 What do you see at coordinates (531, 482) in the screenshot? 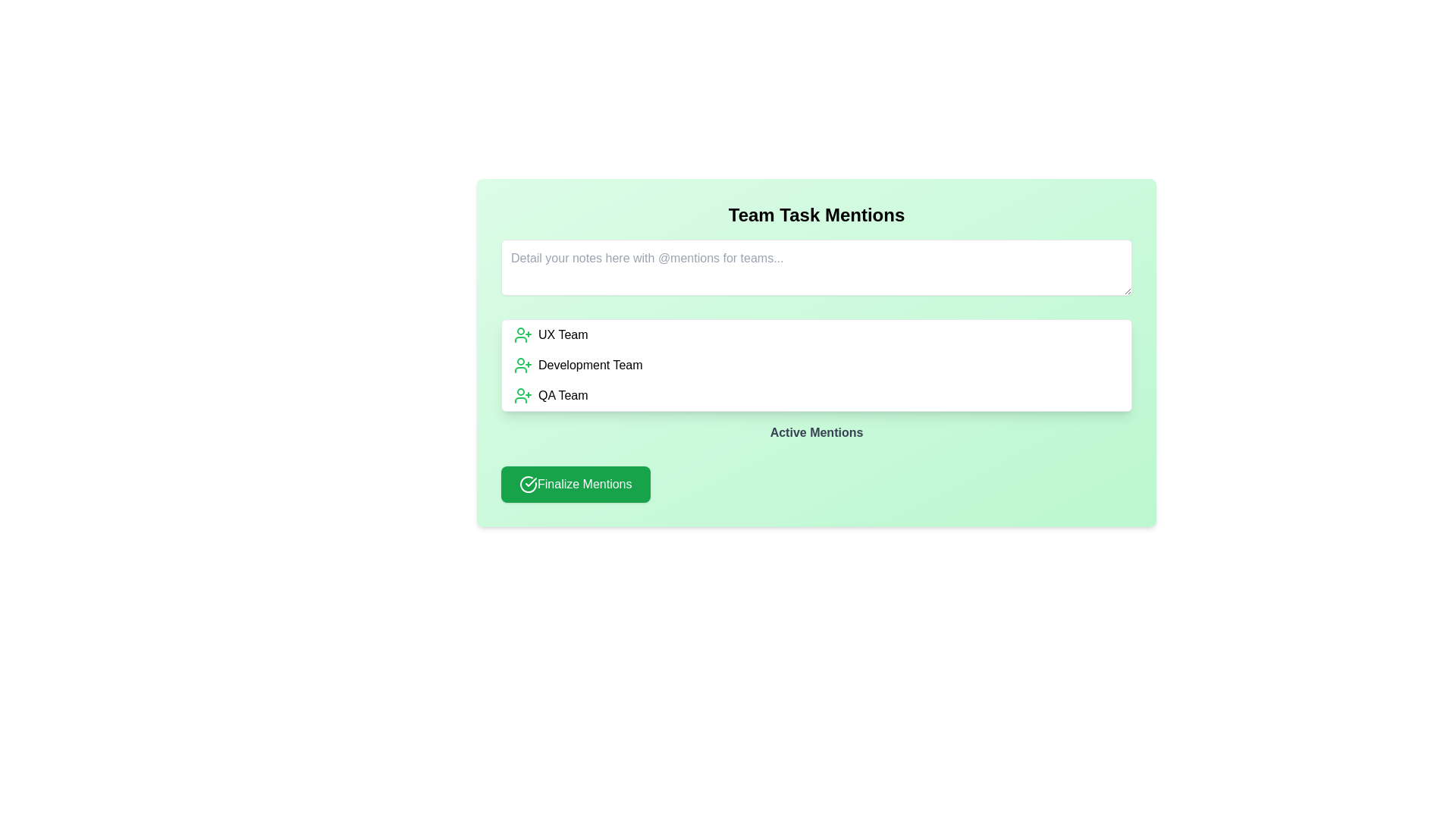
I see `the confirmation icon located at the bottom left corner of the 'Finalize Mentions' button, which indicates a successful action` at bounding box center [531, 482].